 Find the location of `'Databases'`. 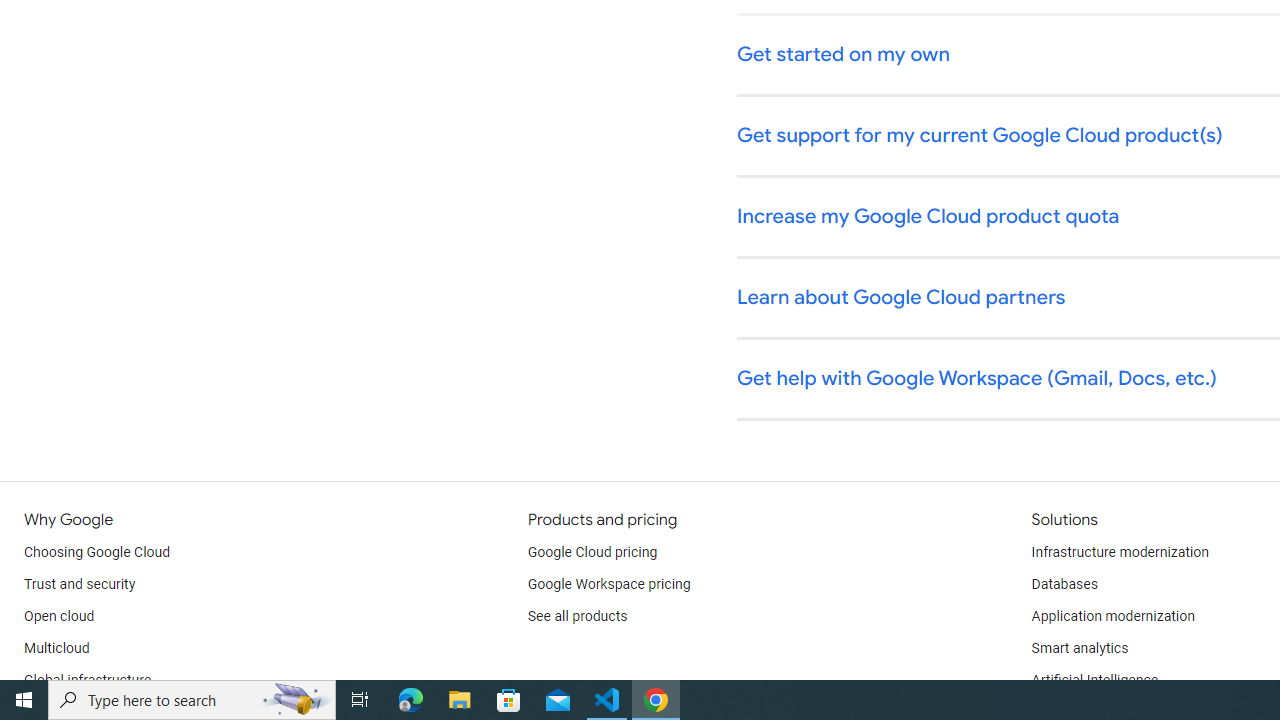

'Databases' is located at coordinates (1063, 585).